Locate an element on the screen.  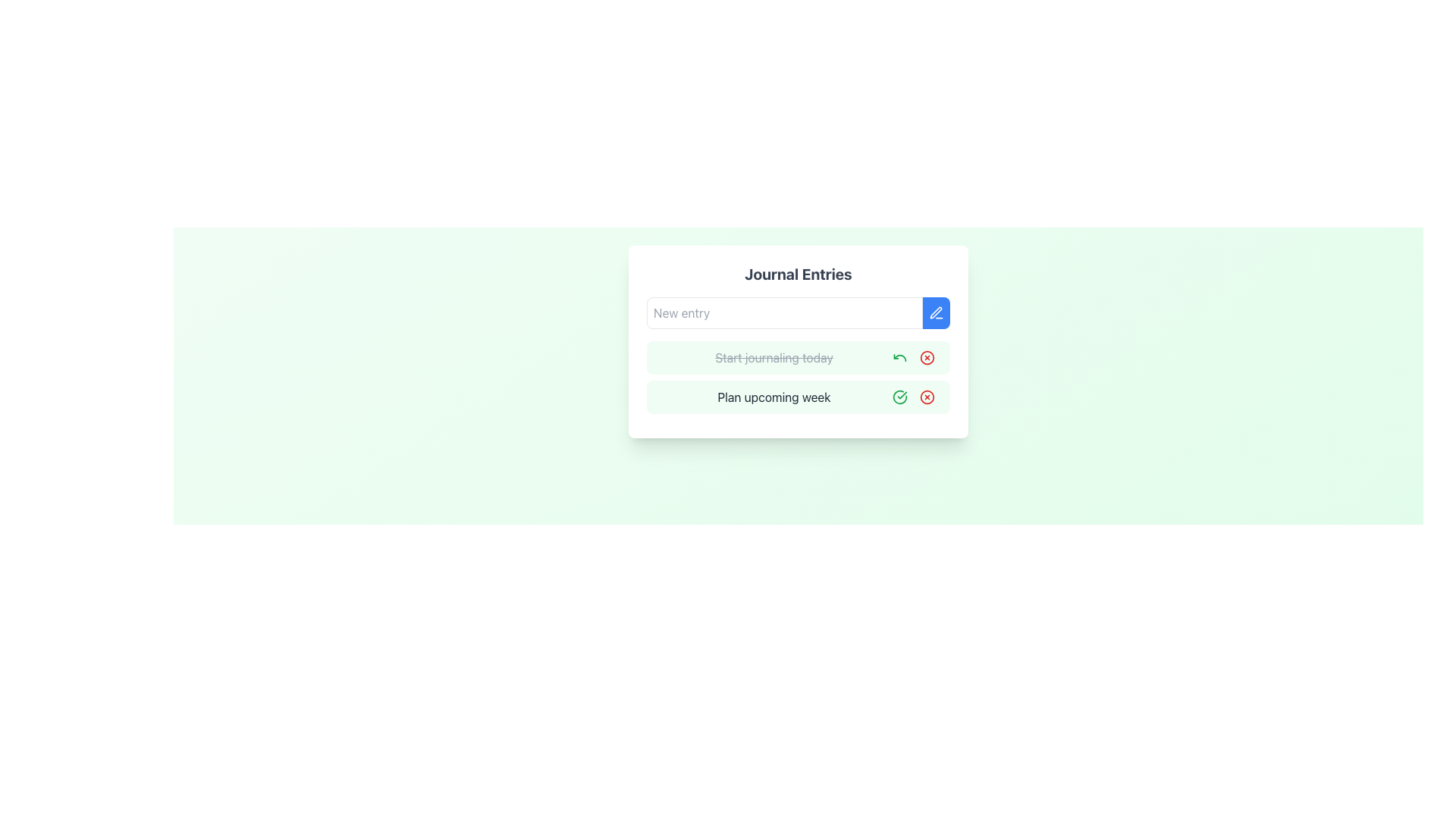
the first entry in the 'Journal Entries' section, which is a green-highlighted bar with strikethrough text 'Start journaling today' and action buttons on the right is located at coordinates (797, 357).